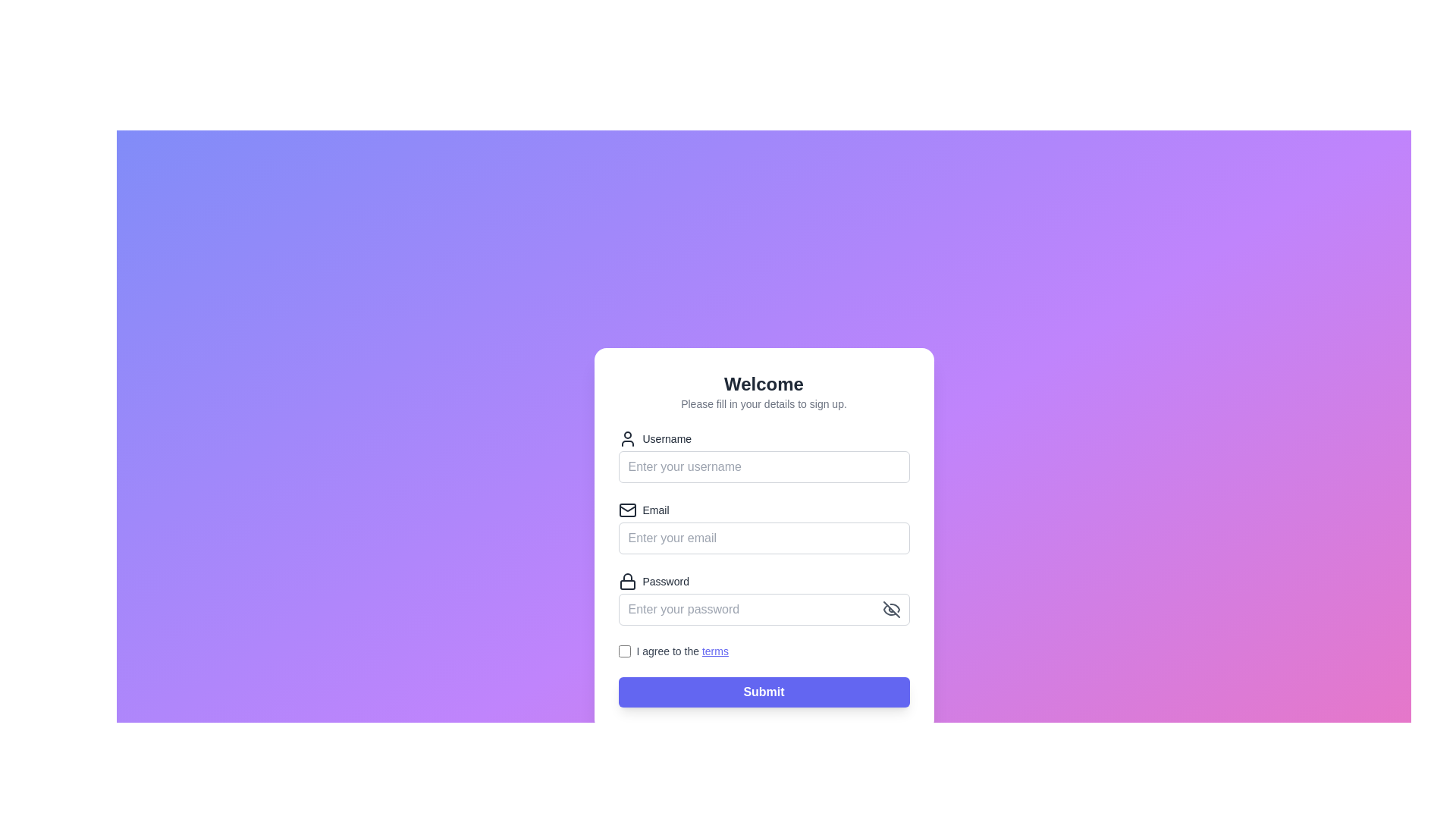 This screenshot has height=819, width=1456. I want to click on the decorative lock icon element, which is a rectangular shape with rounded corners, located inside the password field to the left of the text input area, so click(627, 584).